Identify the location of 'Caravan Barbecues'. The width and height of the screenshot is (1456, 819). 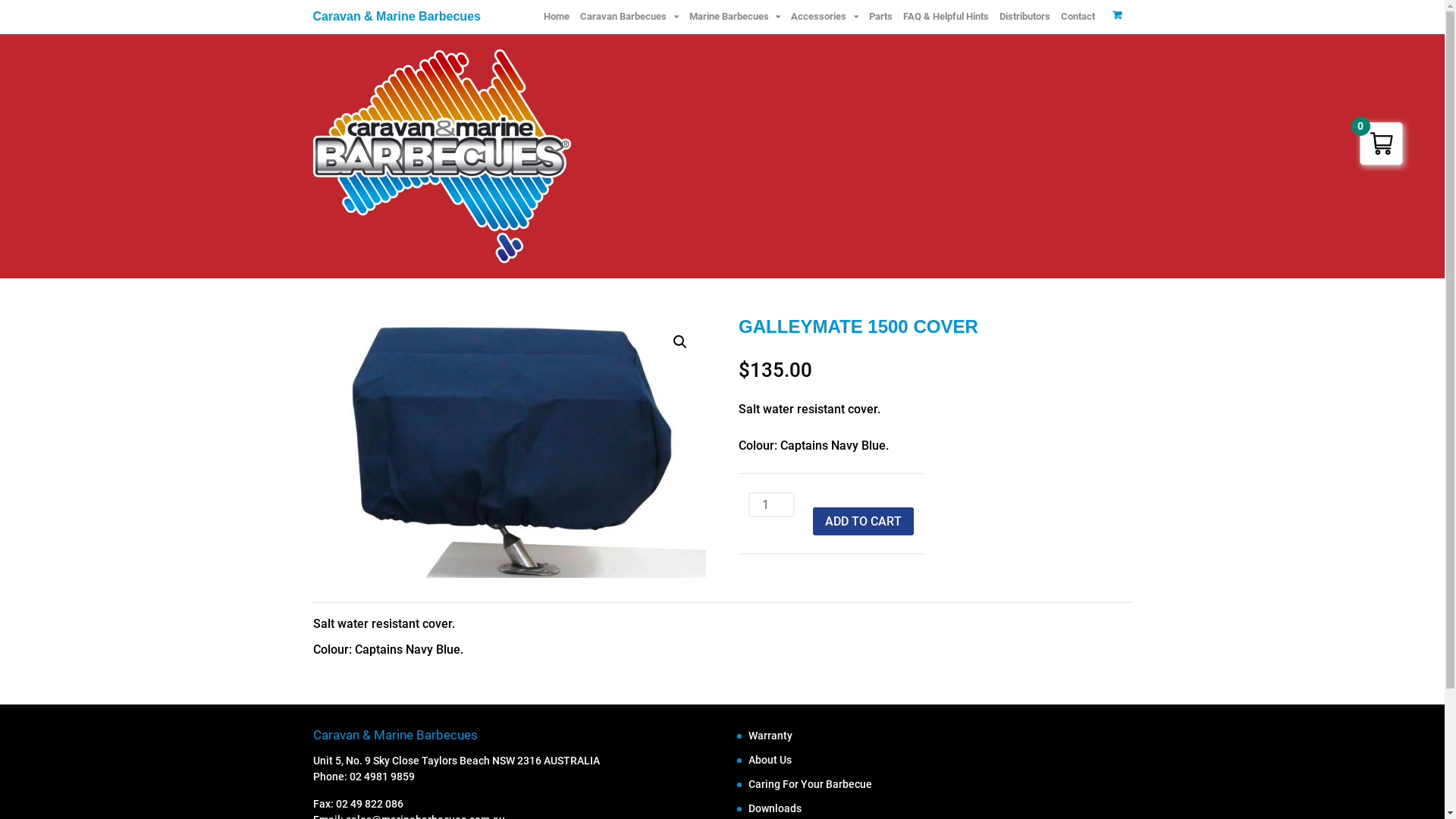
(574, 17).